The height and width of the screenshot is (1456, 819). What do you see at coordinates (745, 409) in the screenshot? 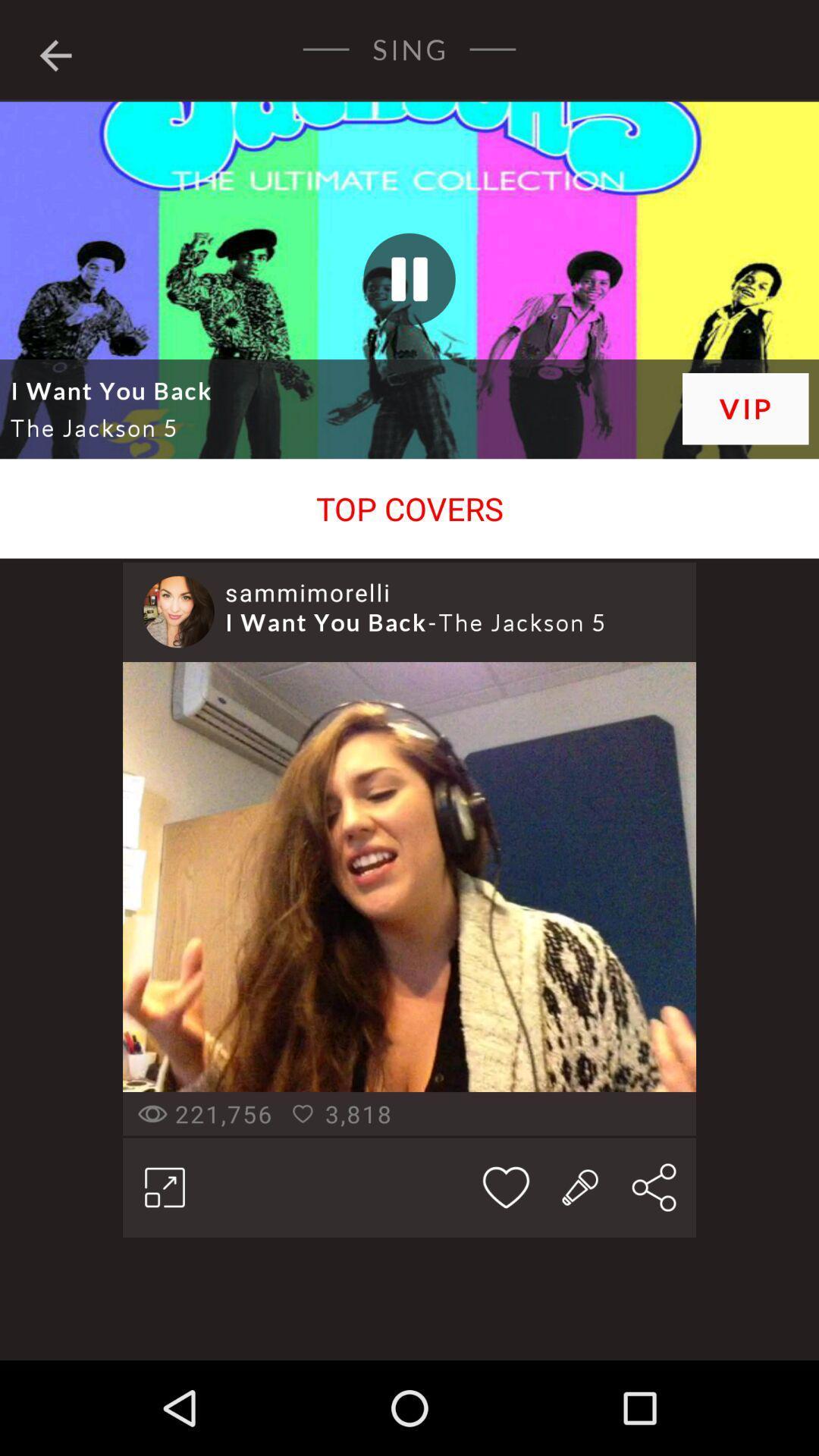
I see `the icon above top covers icon` at bounding box center [745, 409].